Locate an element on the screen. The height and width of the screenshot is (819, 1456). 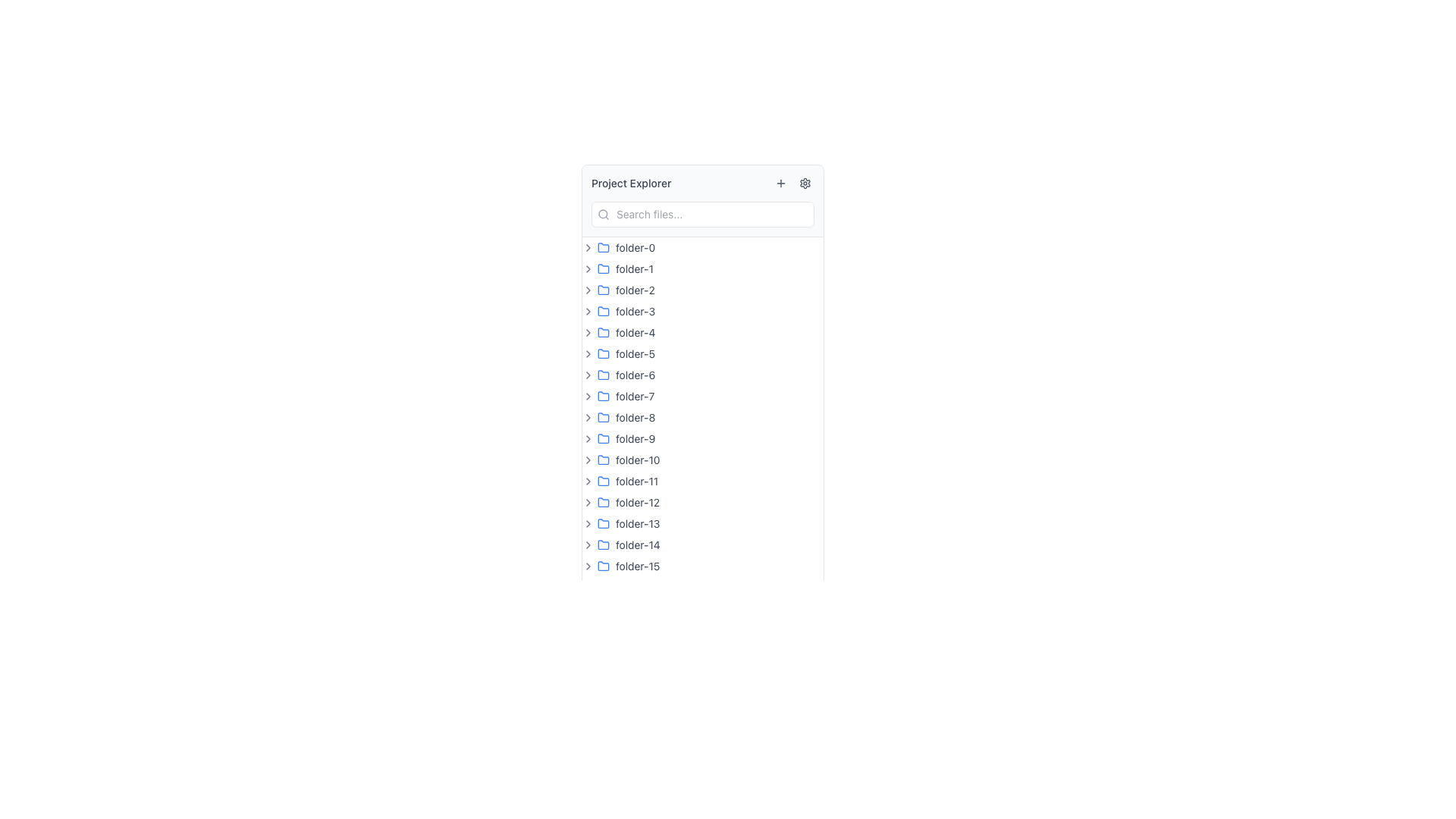
the folder icon labeled 'folder-6' in the Project Explorer is located at coordinates (603, 374).